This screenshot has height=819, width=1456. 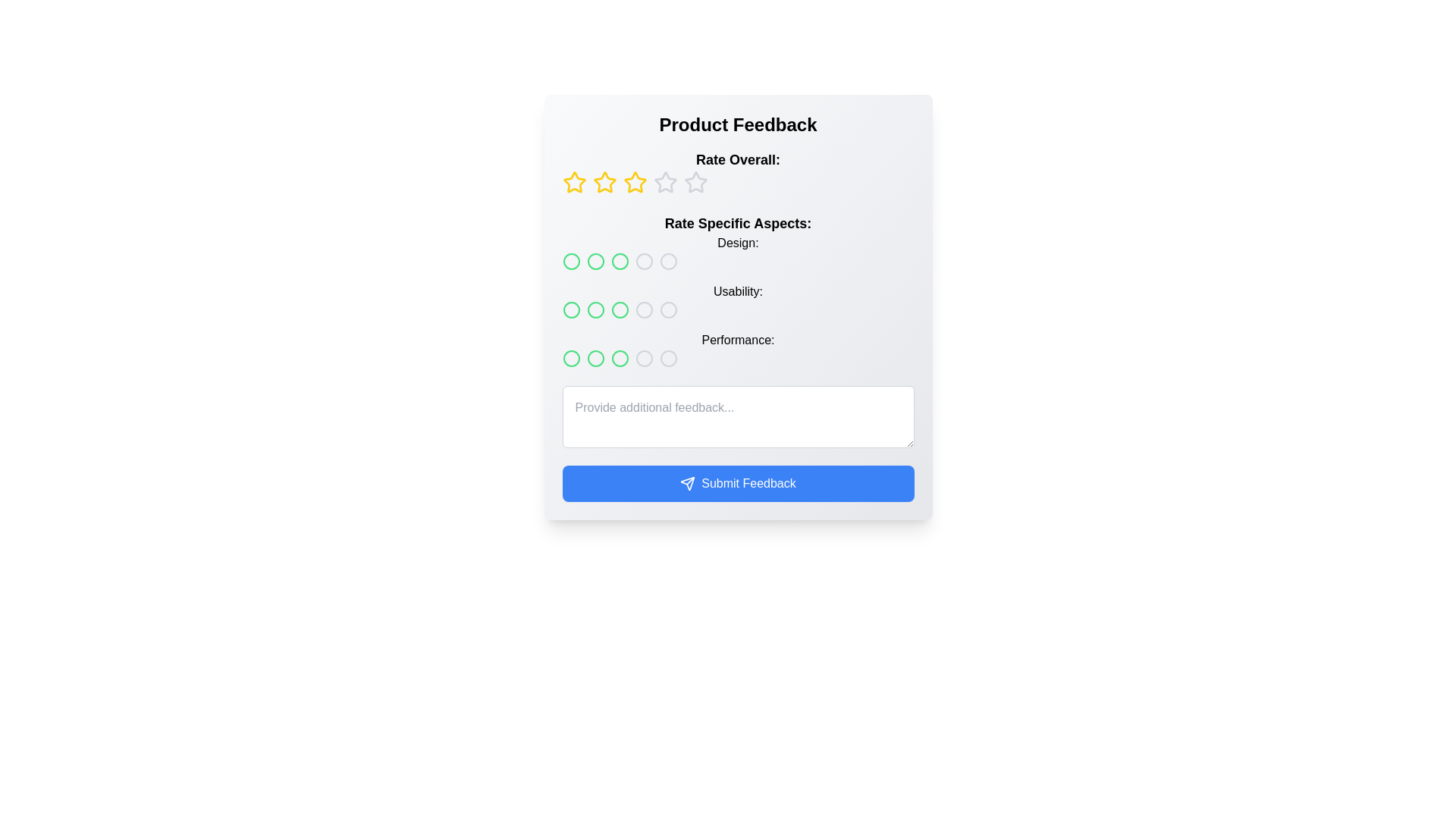 What do you see at coordinates (738, 290) in the screenshot?
I see `one of the circular rating buttons in the rating system located below the 'Rate Overall' section and above the additional feedback text area` at bounding box center [738, 290].